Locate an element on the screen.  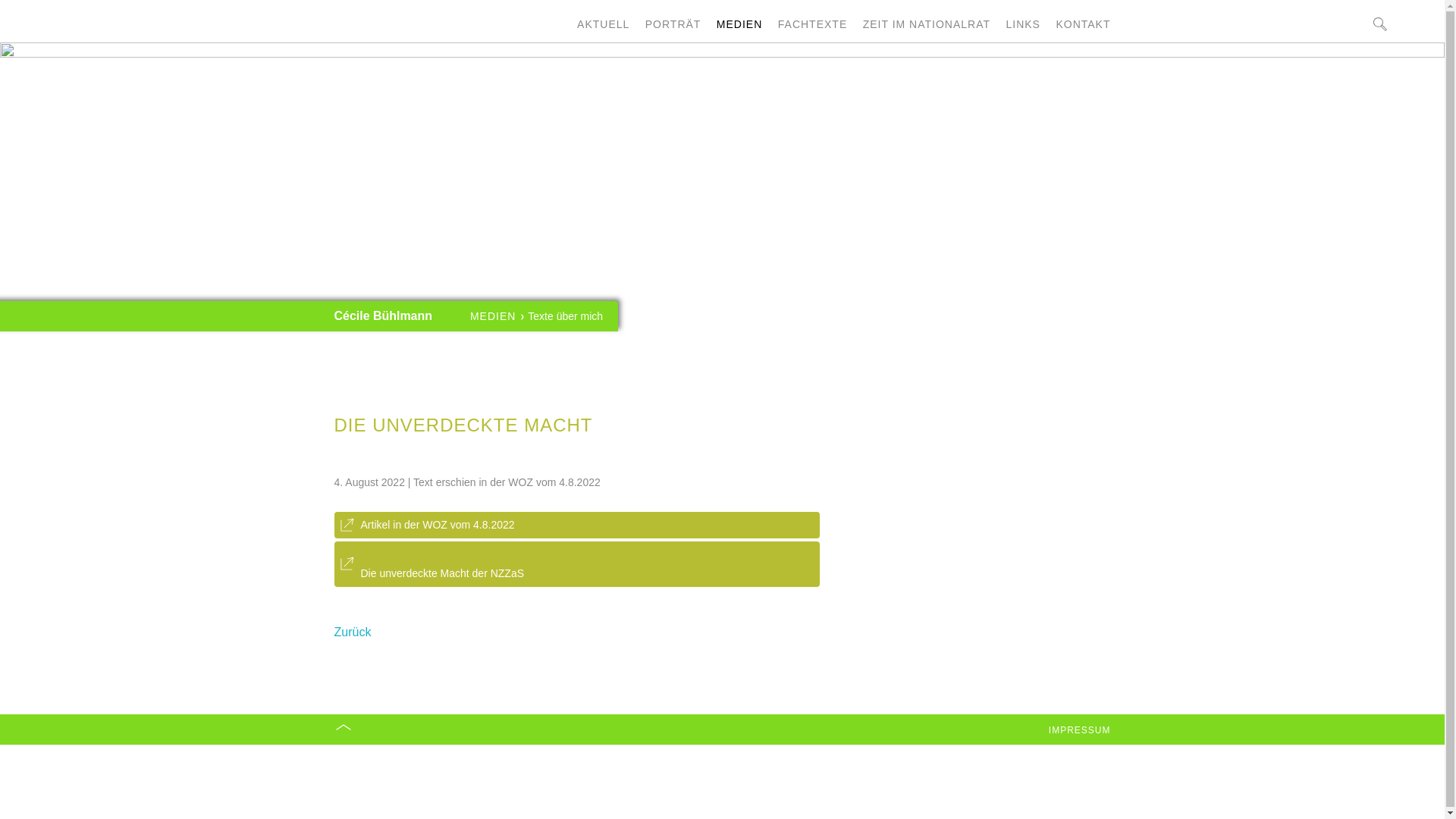
'MEDIEN' is located at coordinates (492, 315).